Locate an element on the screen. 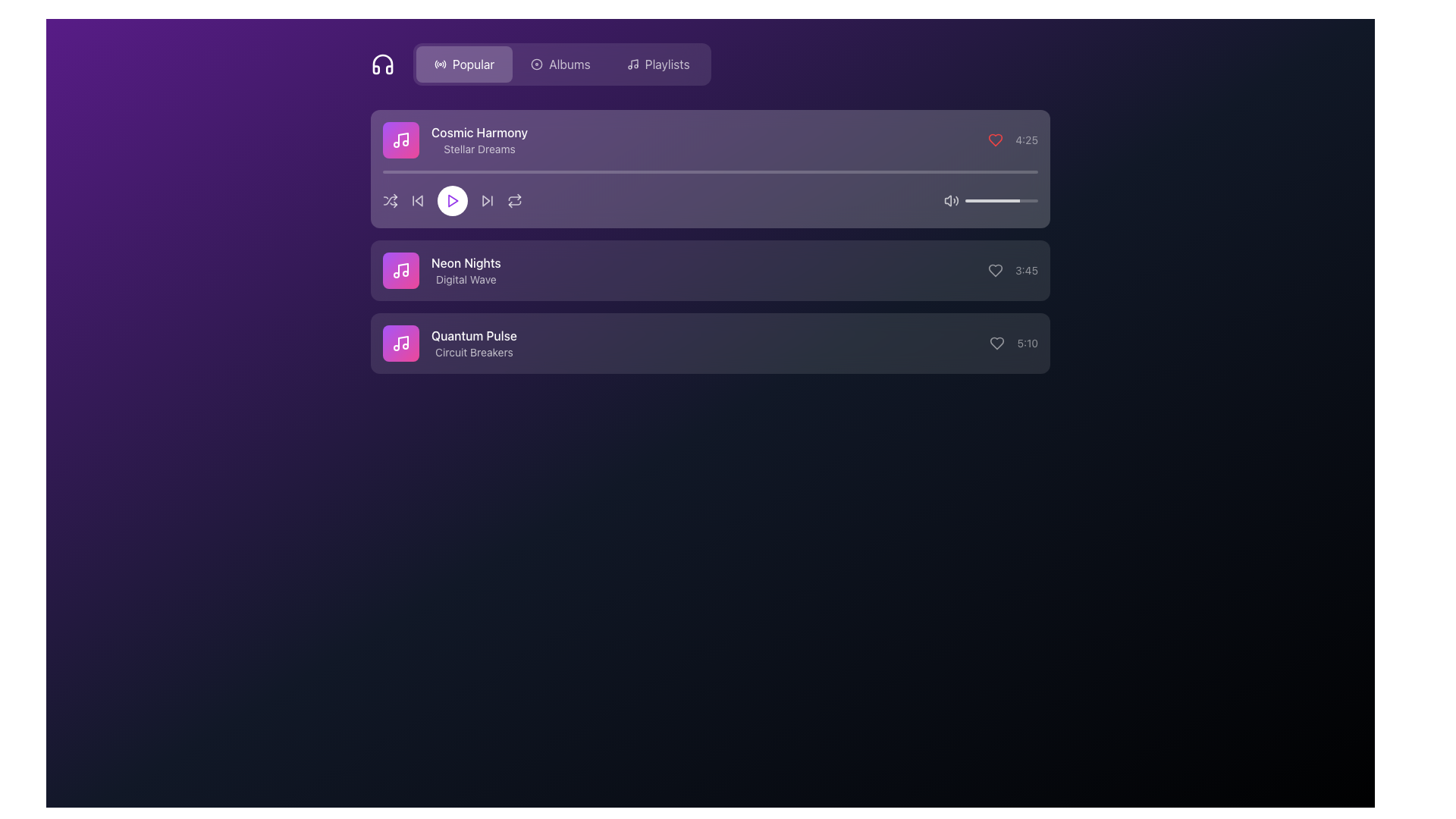 This screenshot has width=1456, height=819. the slider is located at coordinates (1000, 200).